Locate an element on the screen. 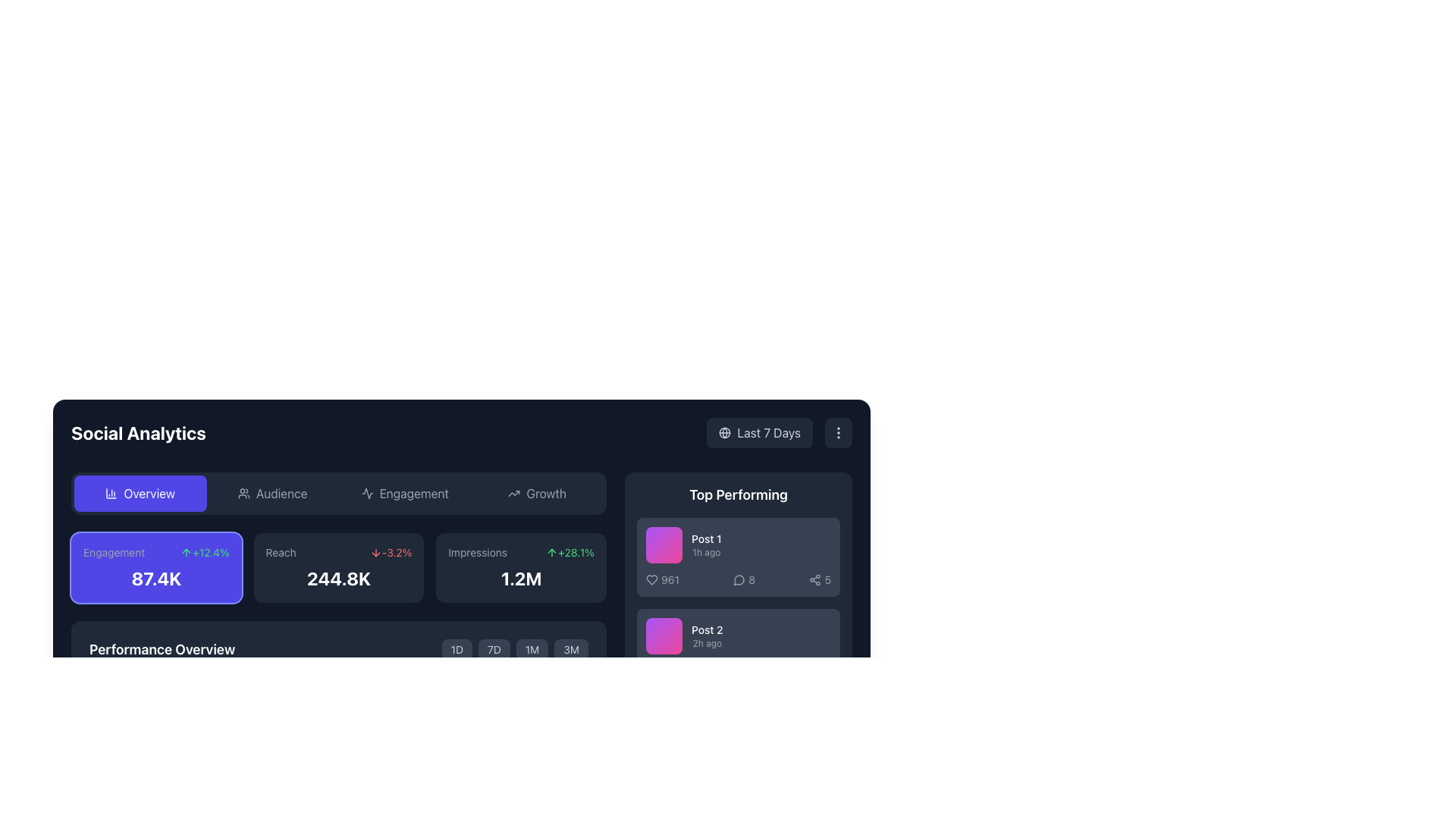  text label element displaying 'Post 1' in bold white font located in the 'Top Performing' section above '1h ago' is located at coordinates (705, 538).